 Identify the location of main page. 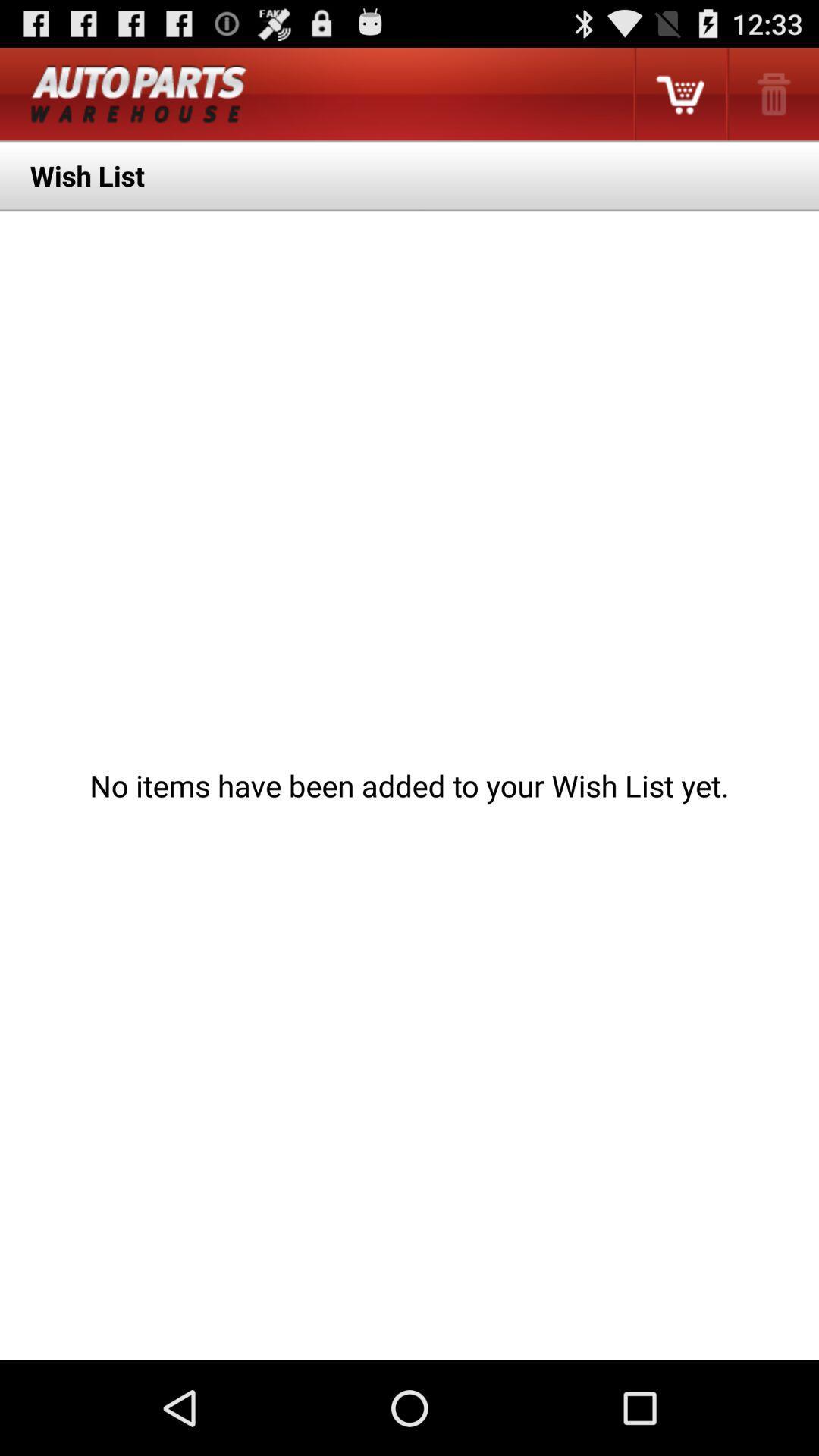
(139, 93).